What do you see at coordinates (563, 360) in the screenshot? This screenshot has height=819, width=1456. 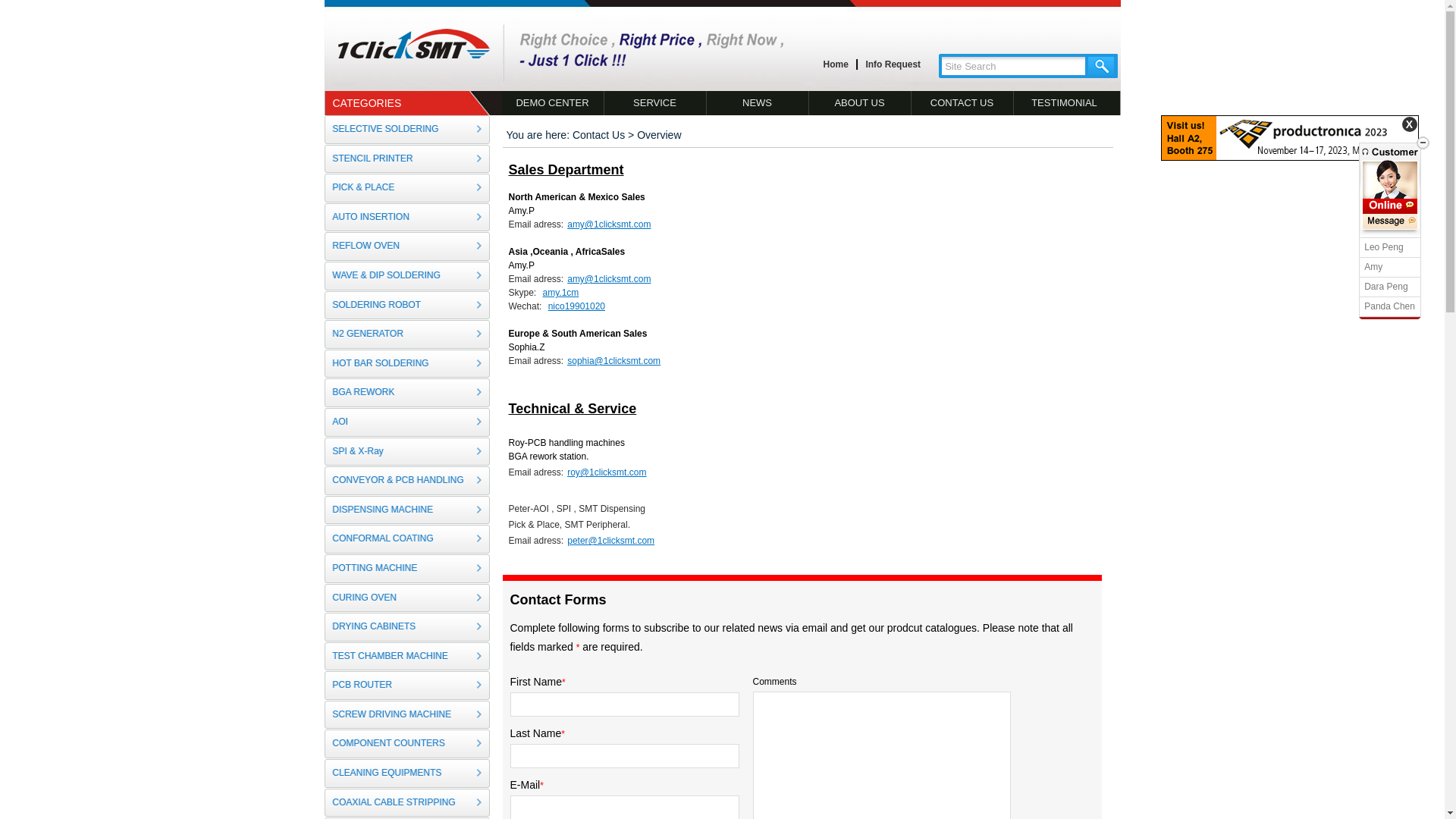 I see `'sophia@1clicksmt.com'` at bounding box center [563, 360].